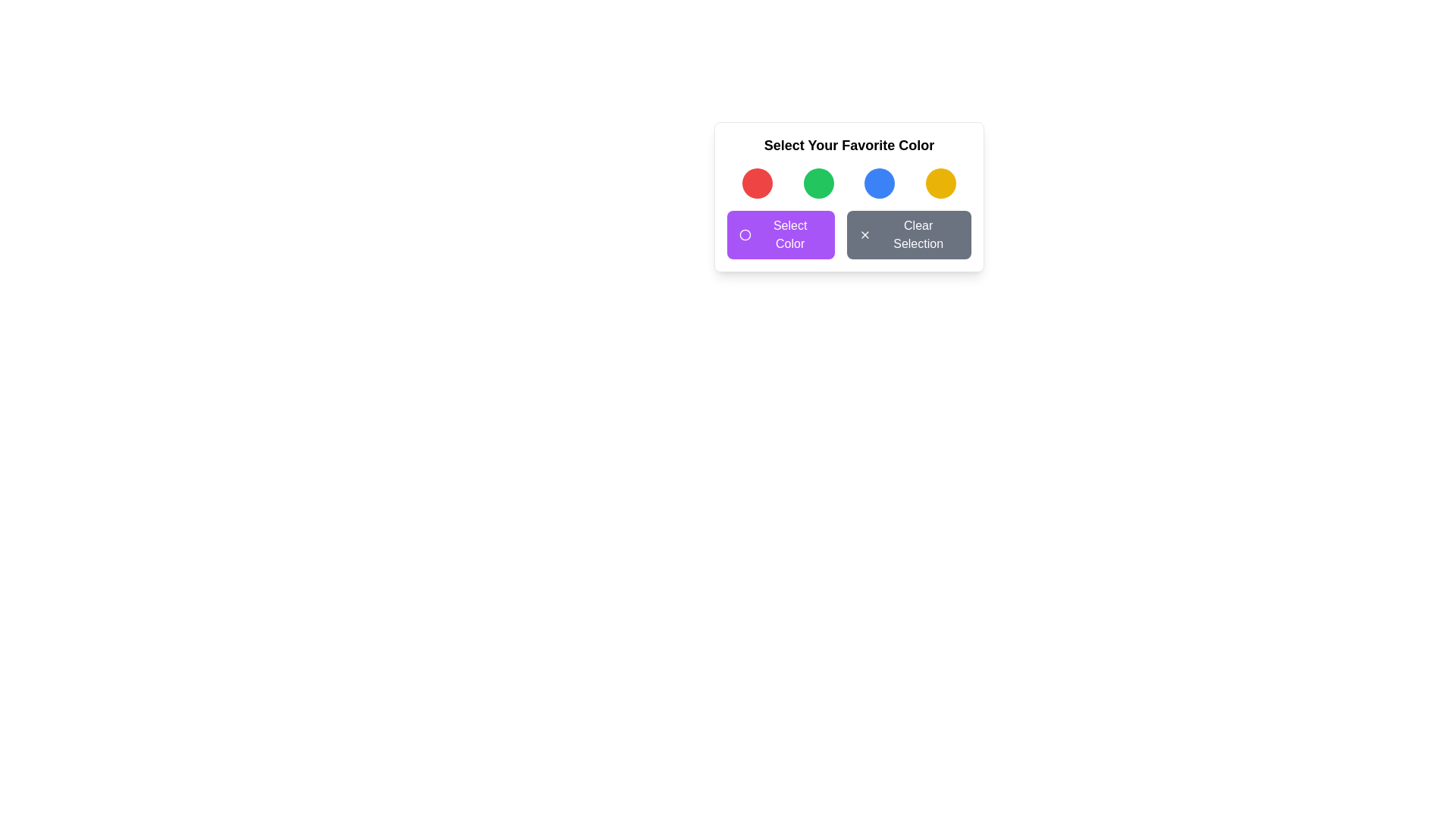  Describe the element at coordinates (848, 196) in the screenshot. I see `the buttons within the card titled 'Select Your Favorite Color'` at that location.